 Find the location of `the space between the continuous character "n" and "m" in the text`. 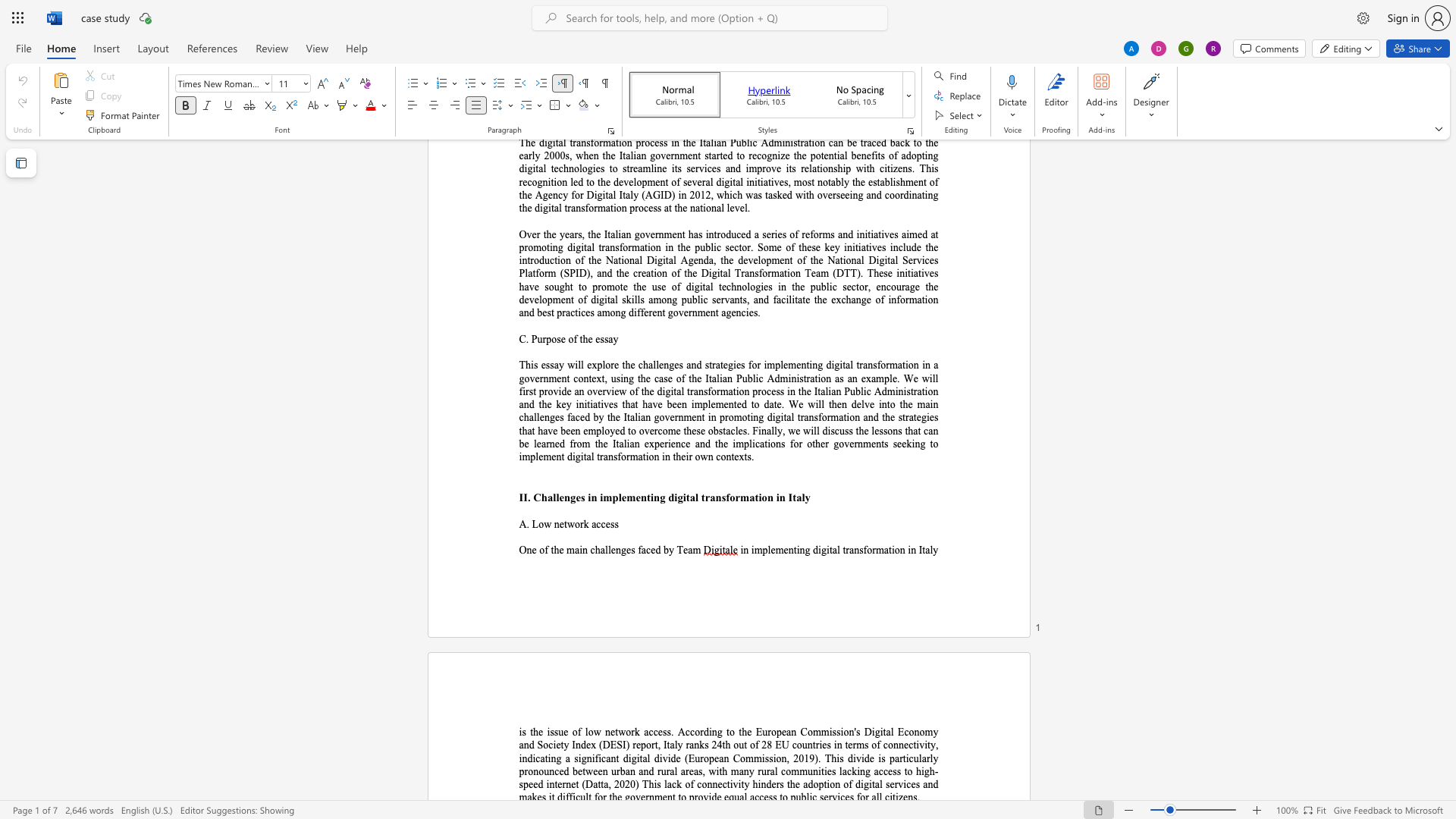

the space between the continuous character "n" and "m" in the text is located at coordinates (863, 444).